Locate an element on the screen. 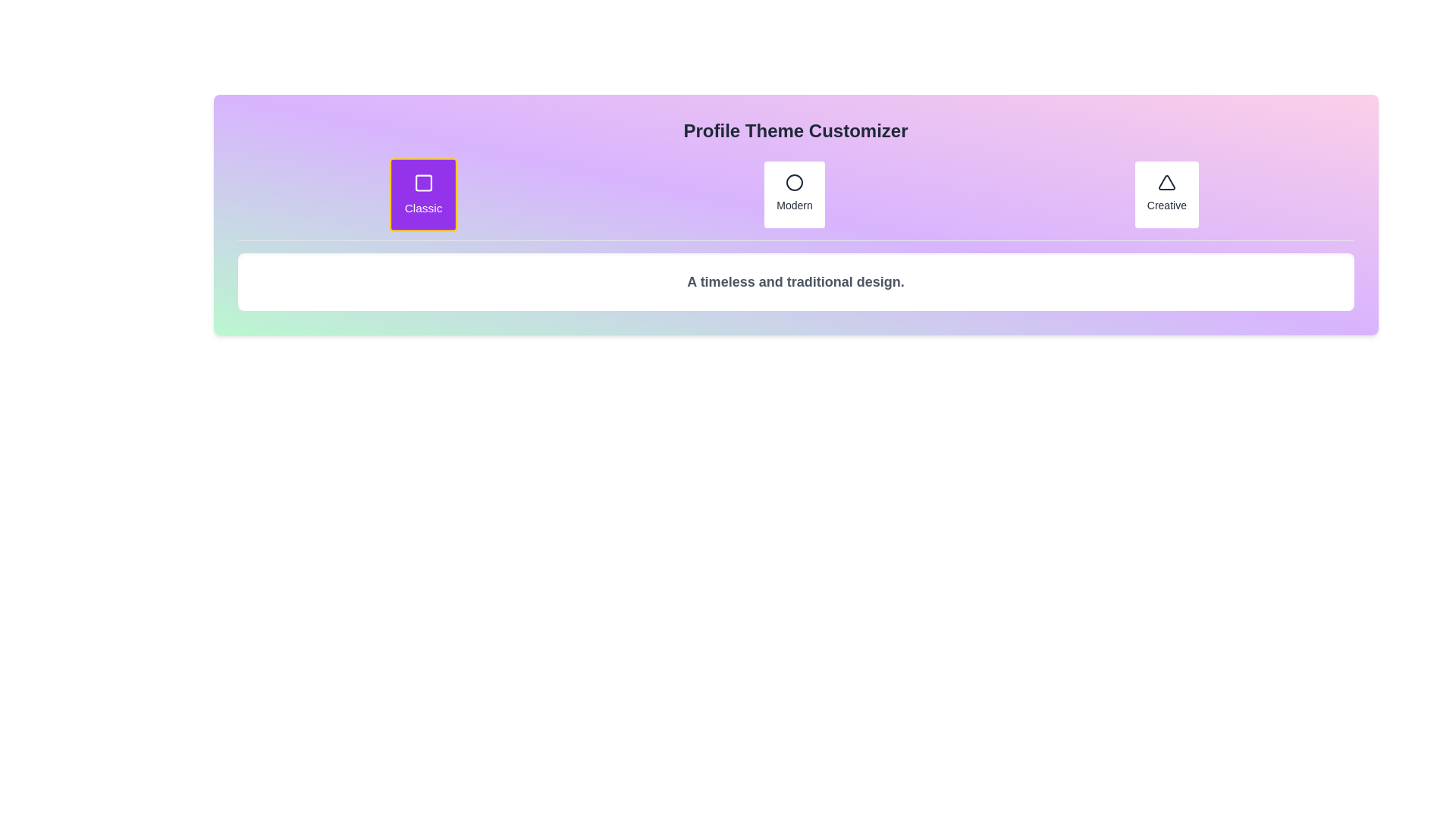  the 'Modern' button is located at coordinates (793, 194).